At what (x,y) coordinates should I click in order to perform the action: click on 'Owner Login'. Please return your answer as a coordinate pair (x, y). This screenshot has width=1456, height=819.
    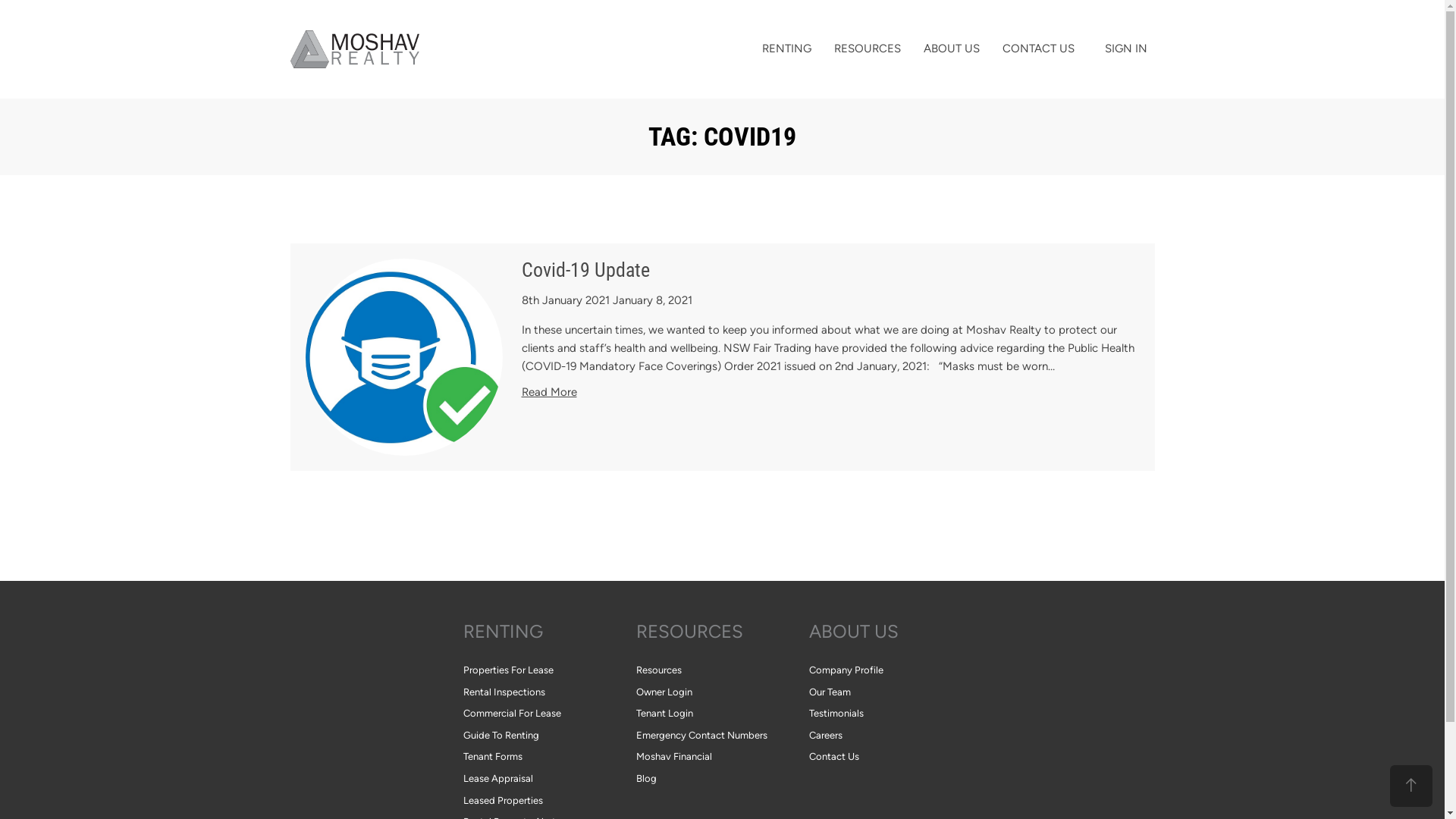
    Looking at the image, I should click on (720, 692).